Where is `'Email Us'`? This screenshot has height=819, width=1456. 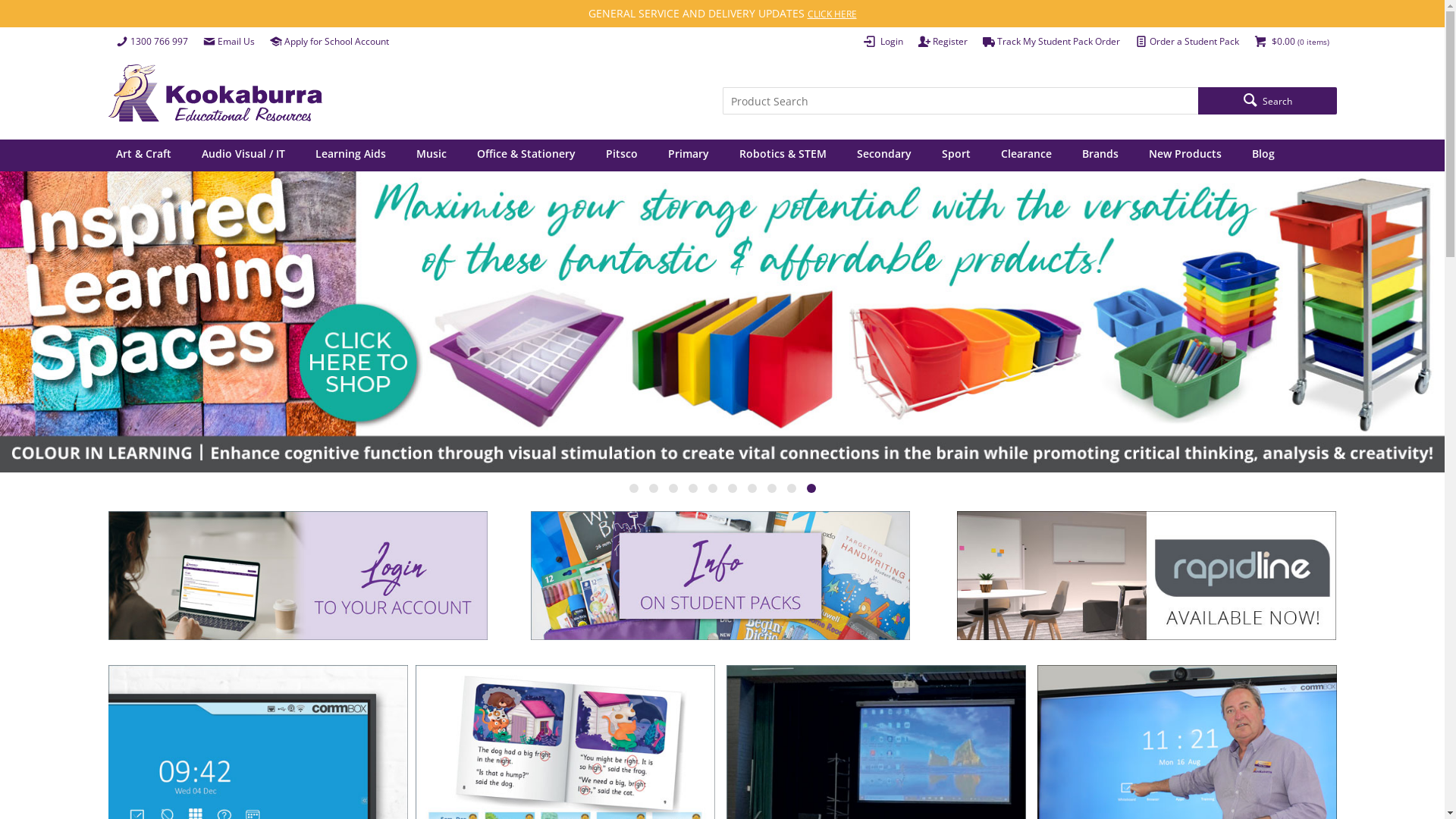
'Email Us' is located at coordinates (228, 40).